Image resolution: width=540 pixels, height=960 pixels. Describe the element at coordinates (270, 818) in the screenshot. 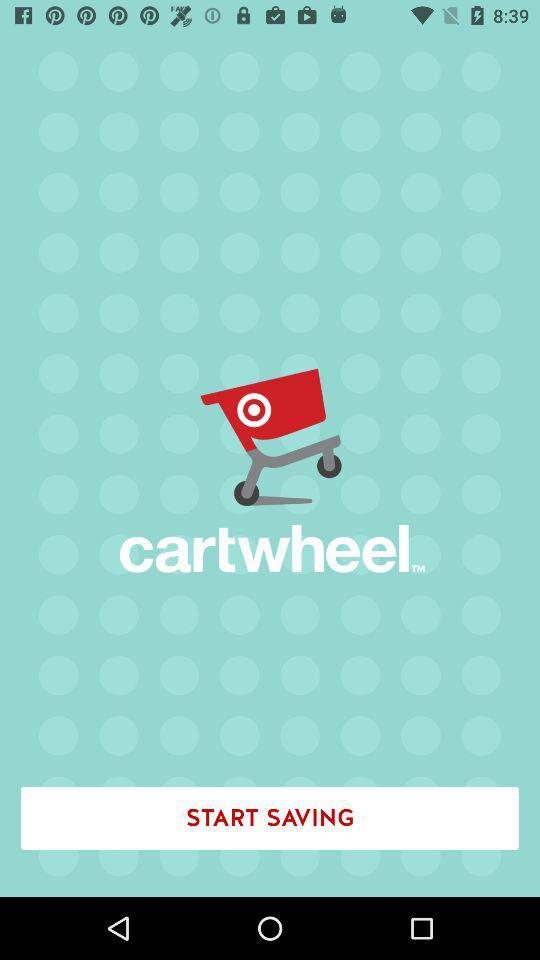

I see `the start saving icon` at that location.